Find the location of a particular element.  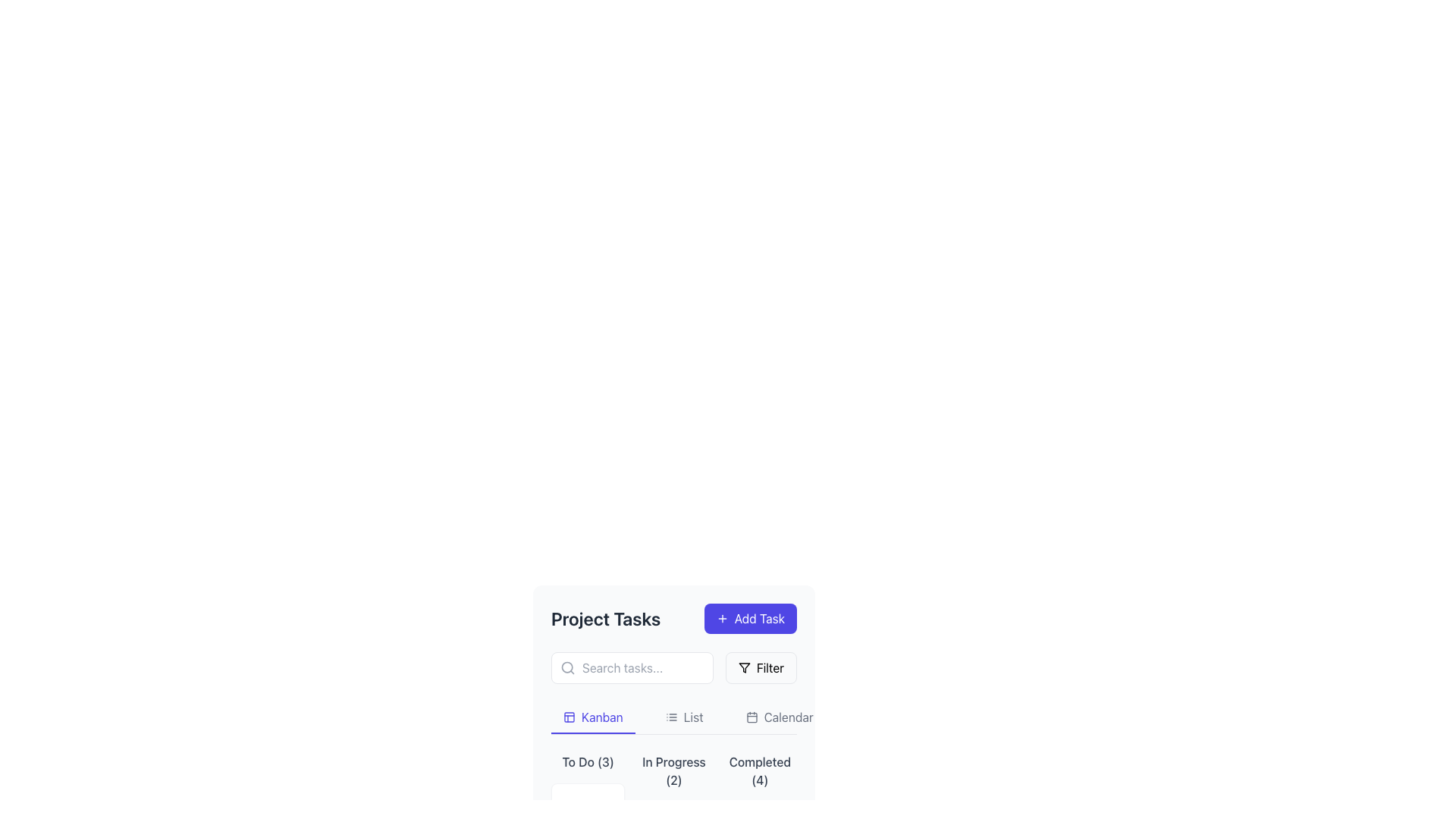

the 'List' tab in the navigation bar is located at coordinates (673, 717).